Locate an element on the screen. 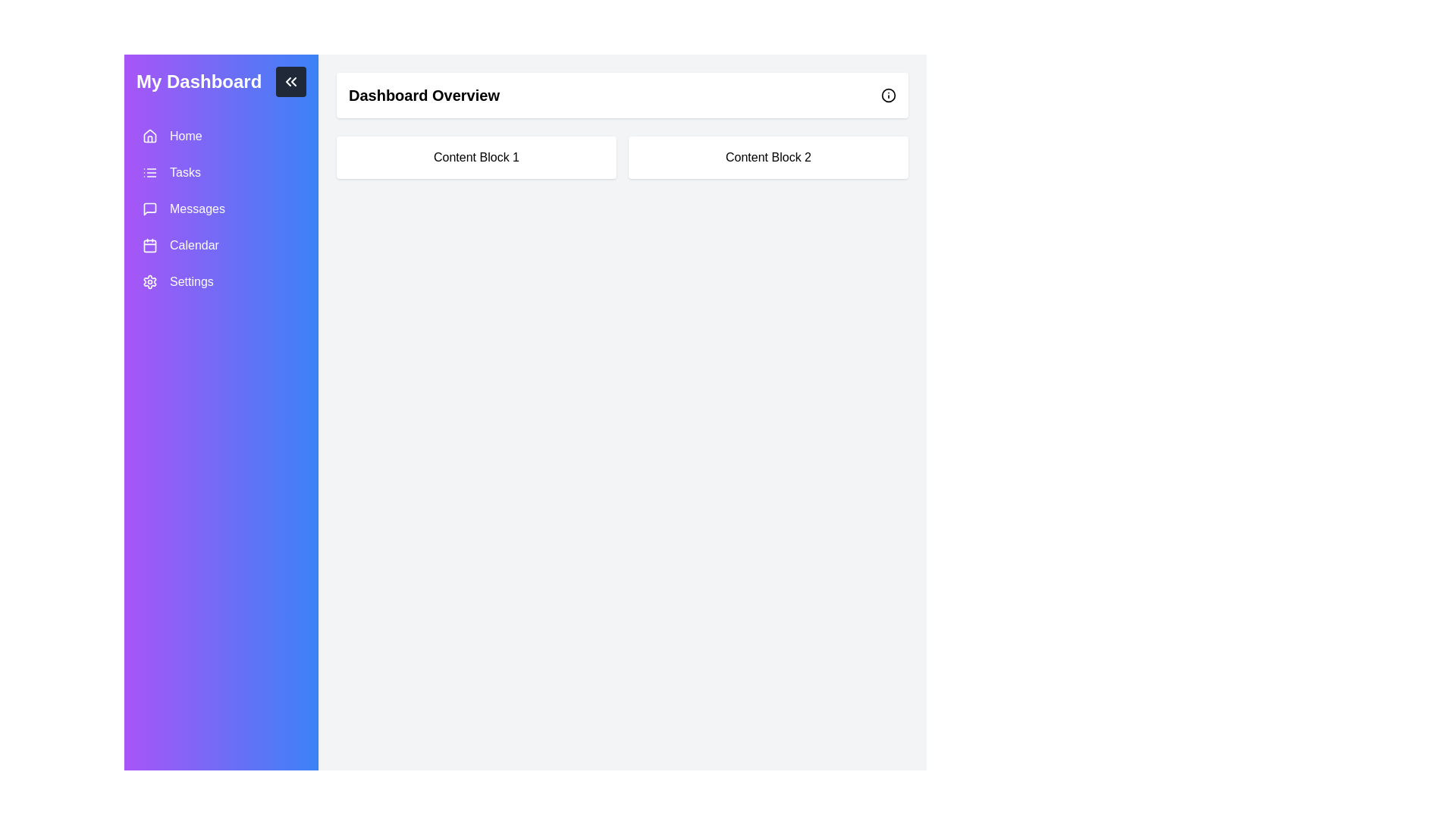  the last menu item link in the vertical menu list on the left sidebar is located at coordinates (221, 281).